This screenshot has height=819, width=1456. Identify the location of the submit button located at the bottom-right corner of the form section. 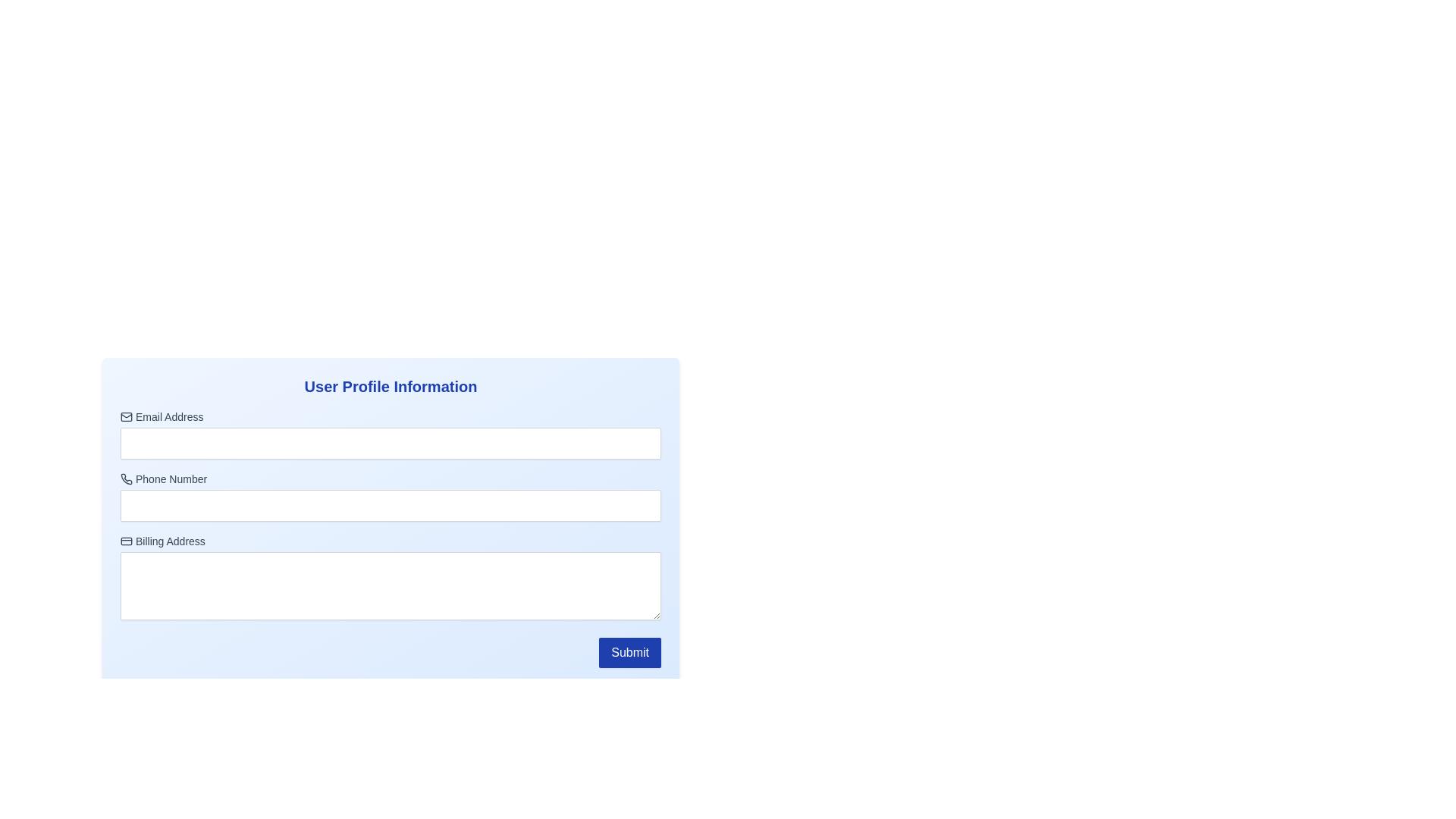
(630, 651).